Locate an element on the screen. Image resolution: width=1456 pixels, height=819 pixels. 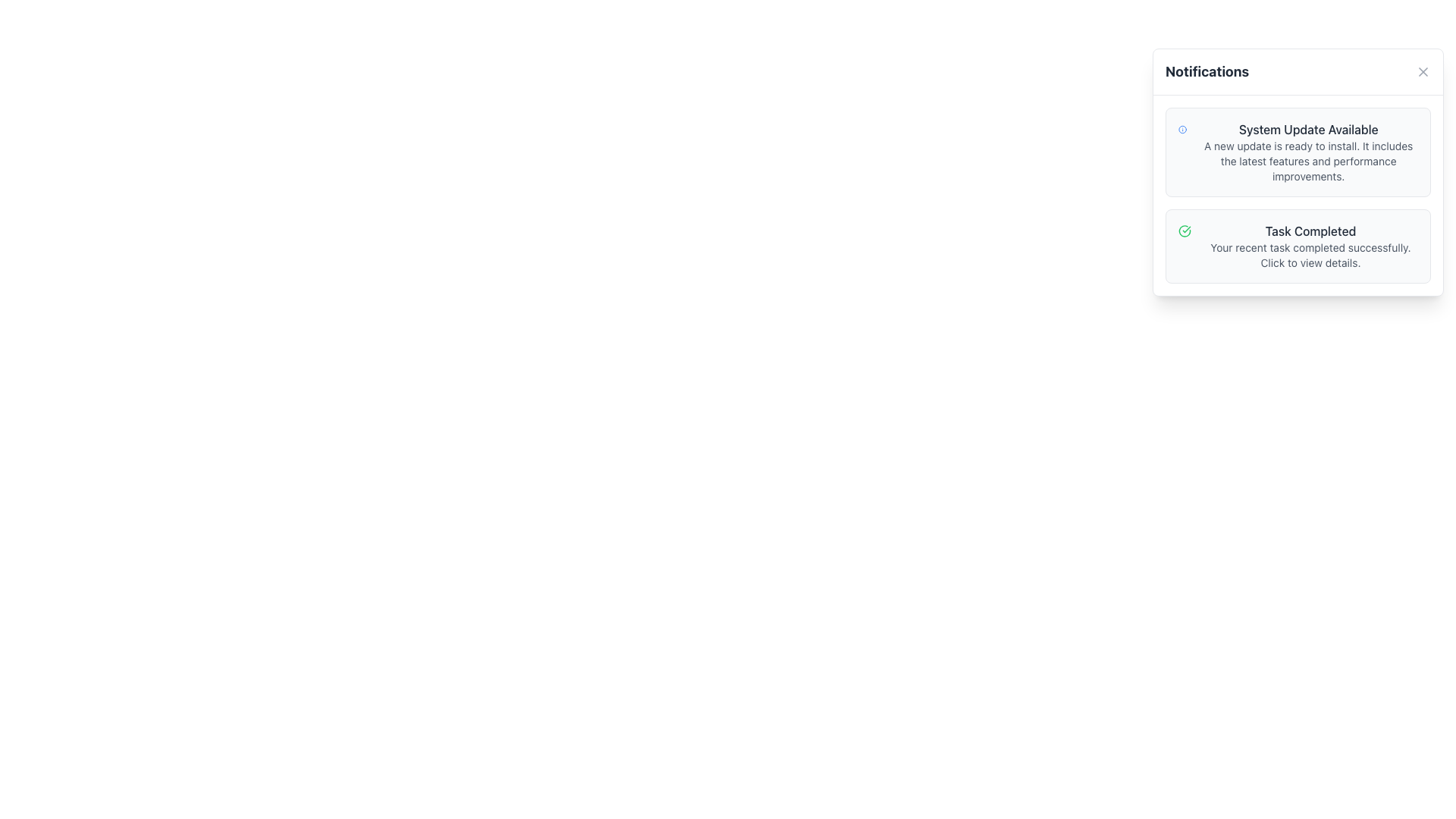
the topmost Informational Notification in the notifications panel that informs the user about an available system update is located at coordinates (1307, 152).